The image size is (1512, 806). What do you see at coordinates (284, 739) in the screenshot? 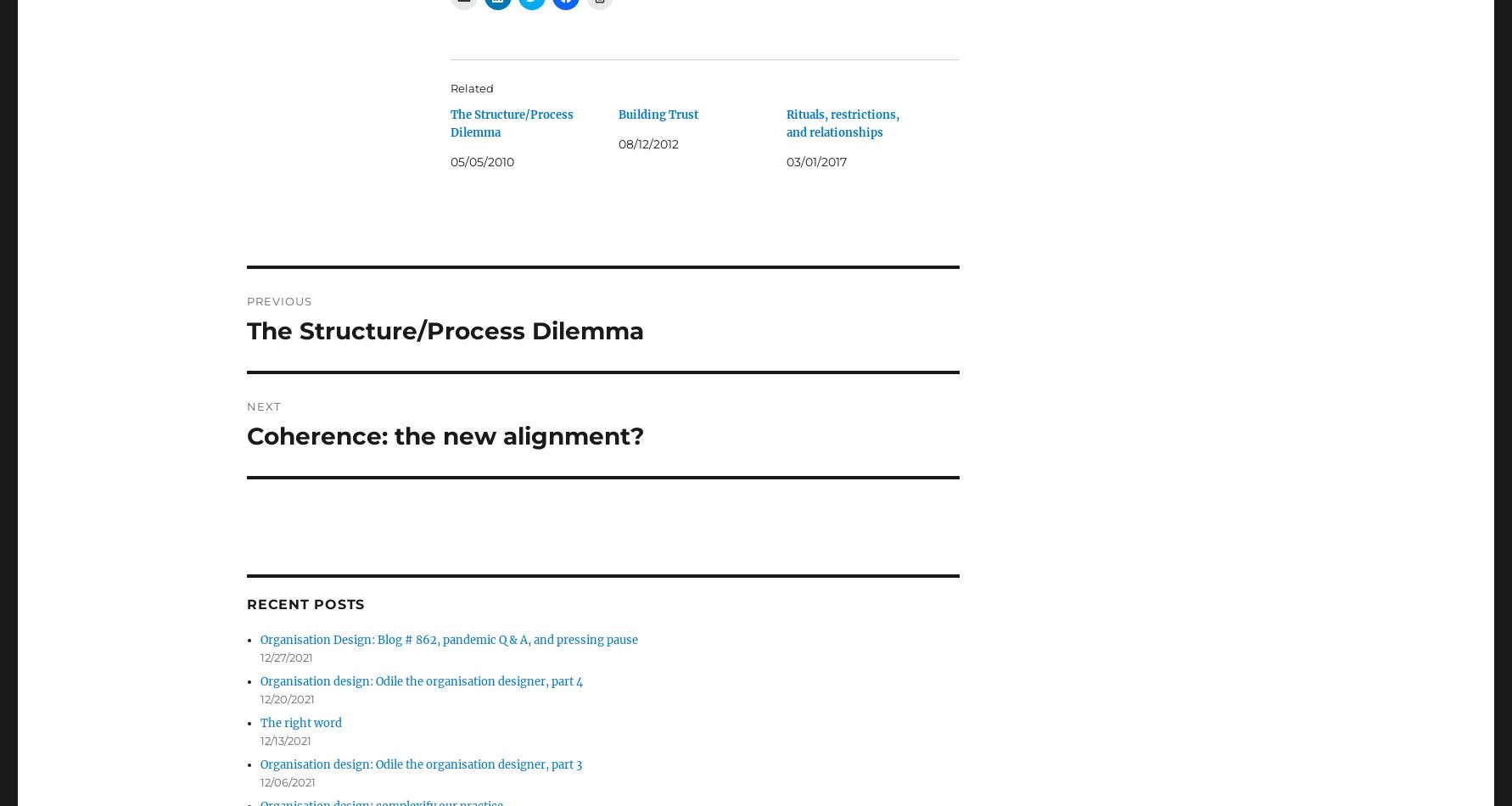
I see `'12/13/2021'` at bounding box center [284, 739].